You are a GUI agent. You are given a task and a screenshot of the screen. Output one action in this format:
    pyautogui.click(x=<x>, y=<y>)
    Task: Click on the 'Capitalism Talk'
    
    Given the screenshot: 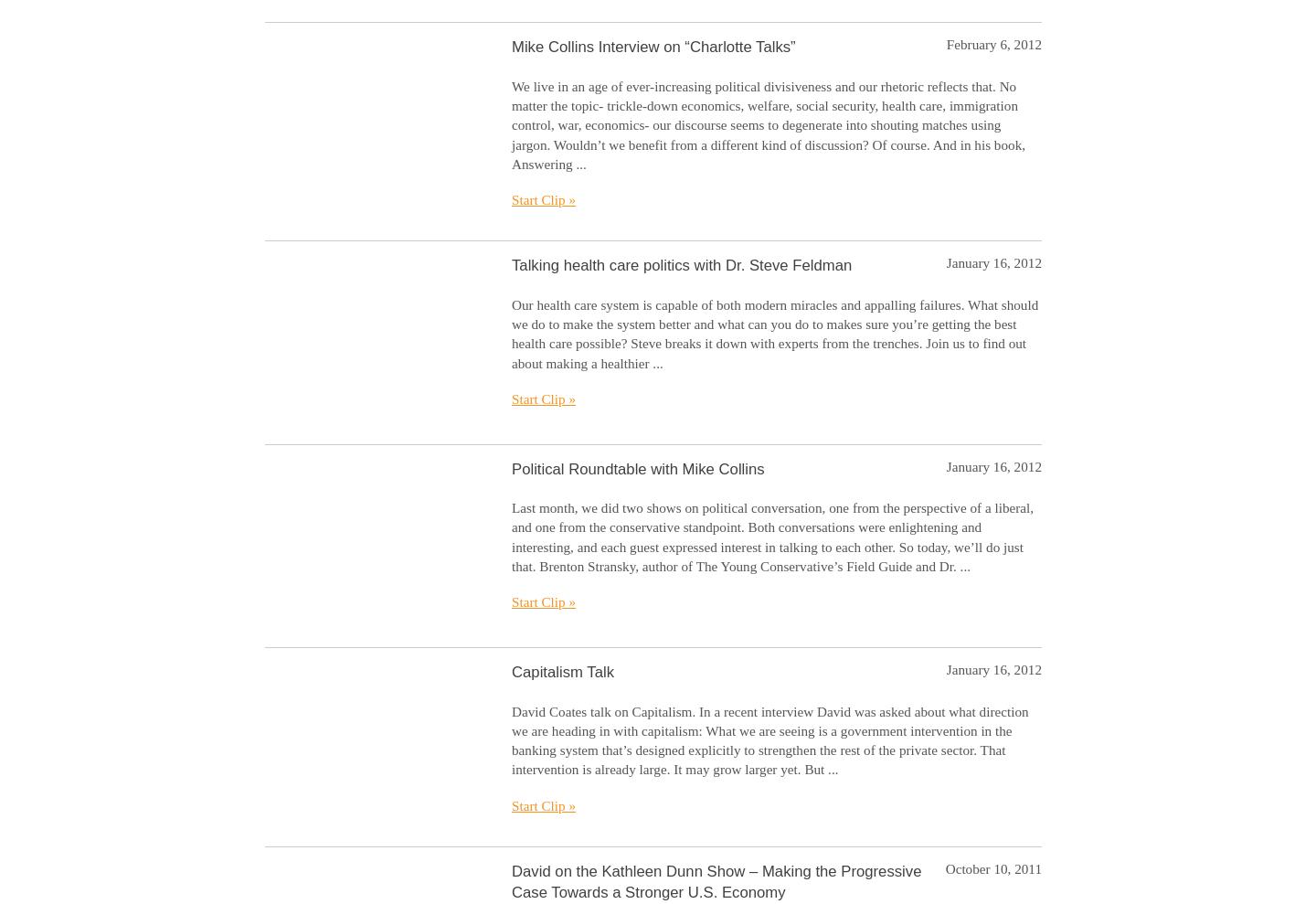 What is the action you would take?
    pyautogui.click(x=512, y=672)
    